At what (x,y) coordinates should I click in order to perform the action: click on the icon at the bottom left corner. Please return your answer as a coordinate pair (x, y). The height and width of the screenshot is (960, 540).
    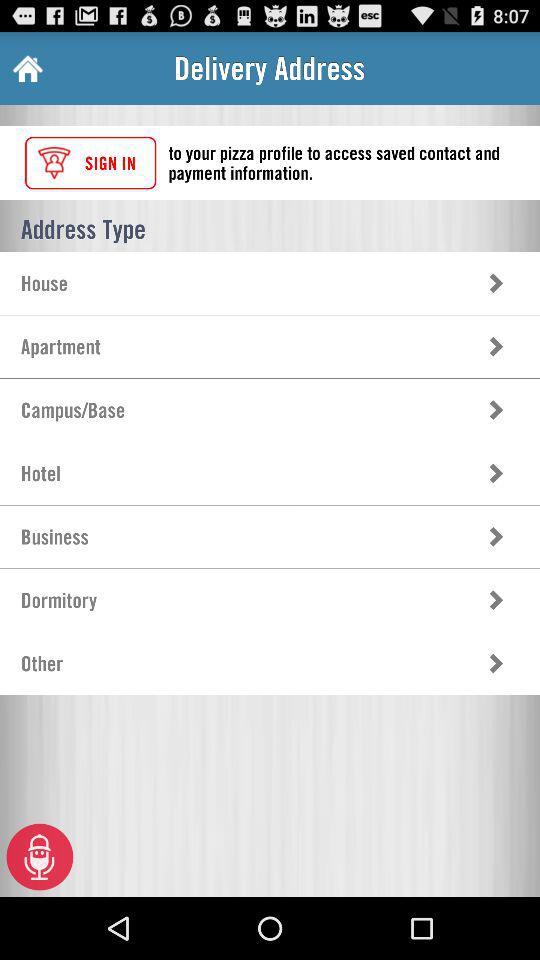
    Looking at the image, I should click on (40, 855).